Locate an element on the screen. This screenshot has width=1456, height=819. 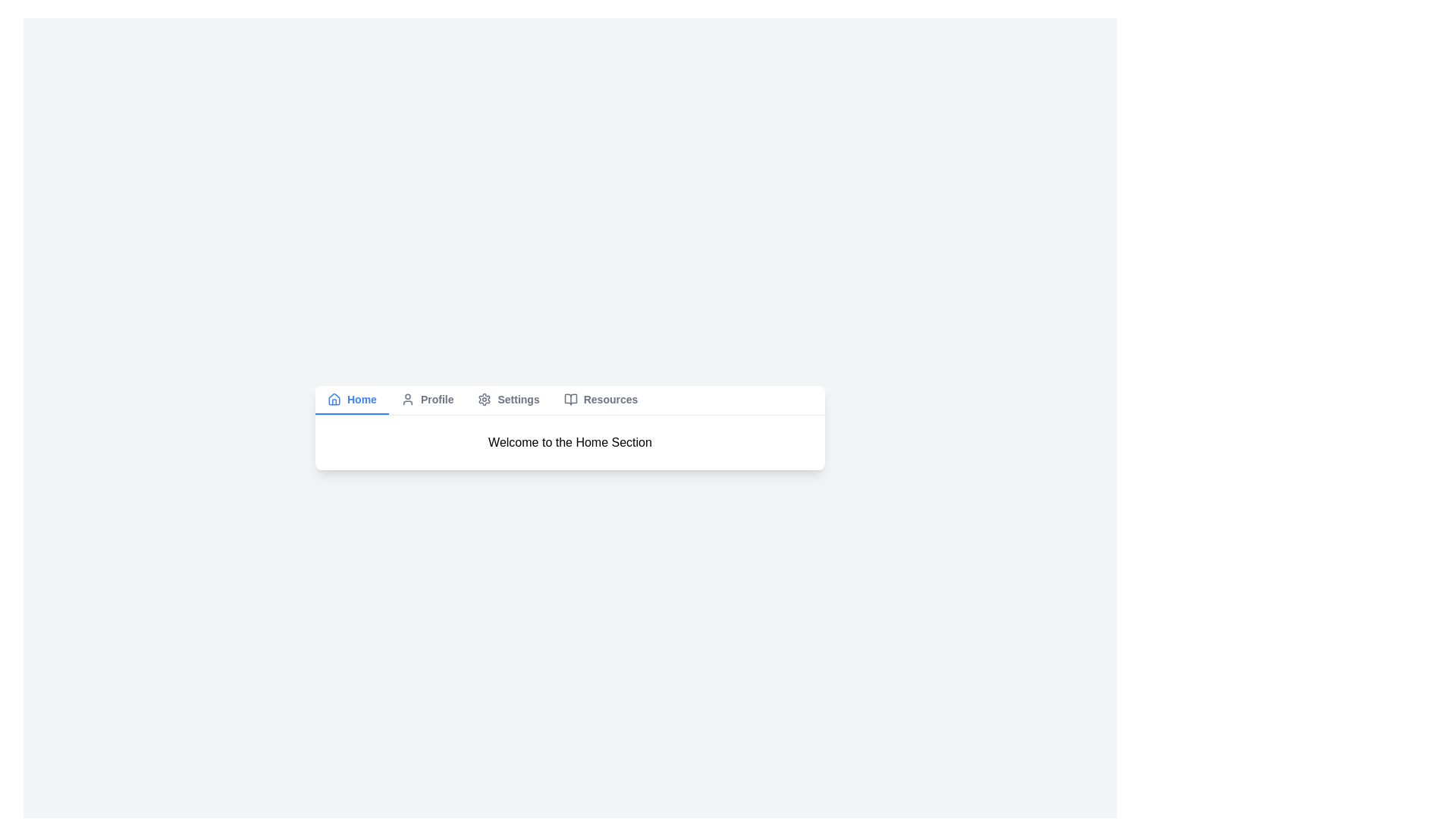
the 'Profile' text label in the navigation bar is located at coordinates (436, 398).